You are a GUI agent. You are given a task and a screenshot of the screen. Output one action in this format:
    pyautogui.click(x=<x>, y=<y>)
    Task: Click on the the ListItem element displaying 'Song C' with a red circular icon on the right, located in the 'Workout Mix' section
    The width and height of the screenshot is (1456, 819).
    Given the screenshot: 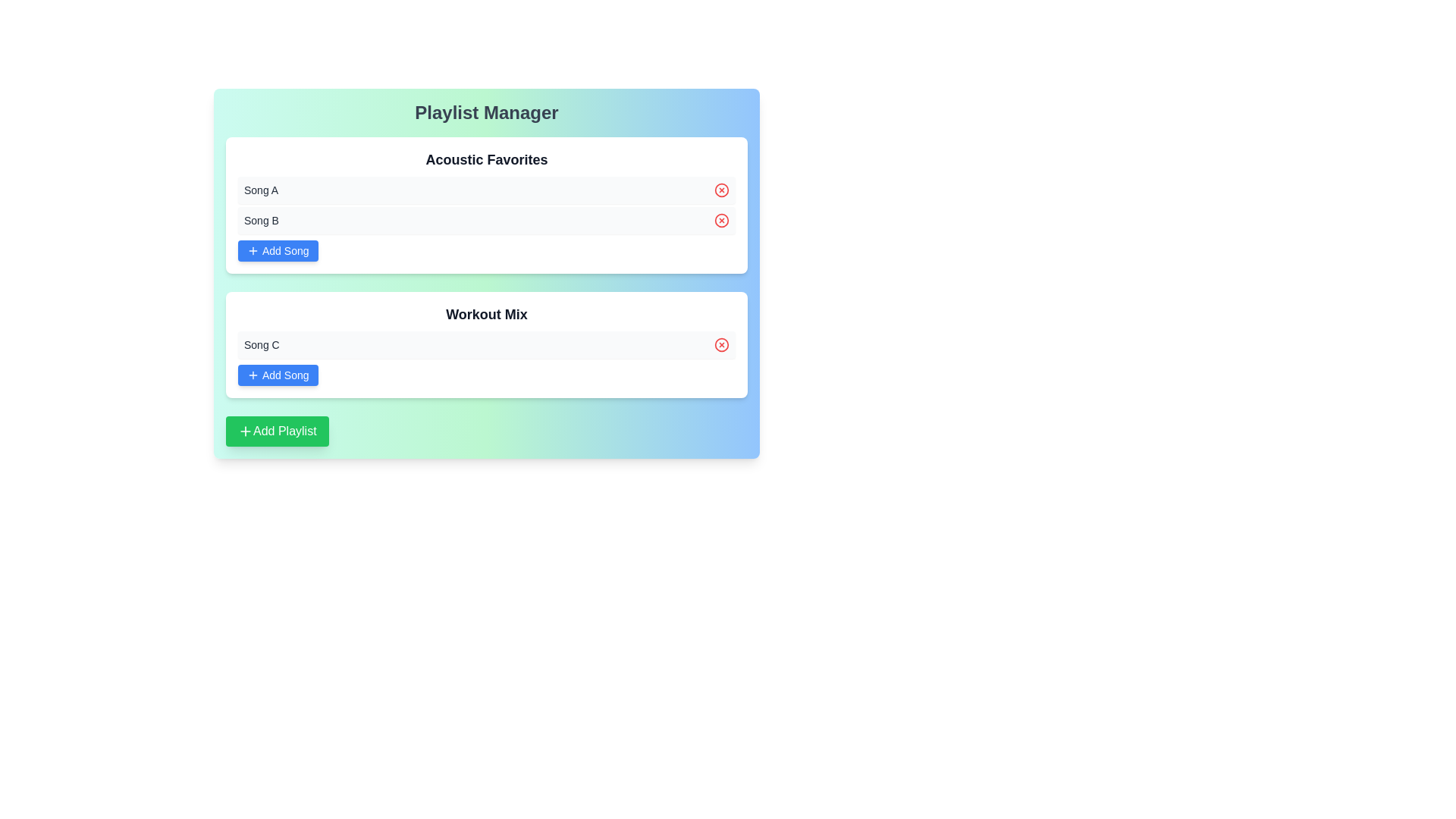 What is the action you would take?
    pyautogui.click(x=487, y=345)
    